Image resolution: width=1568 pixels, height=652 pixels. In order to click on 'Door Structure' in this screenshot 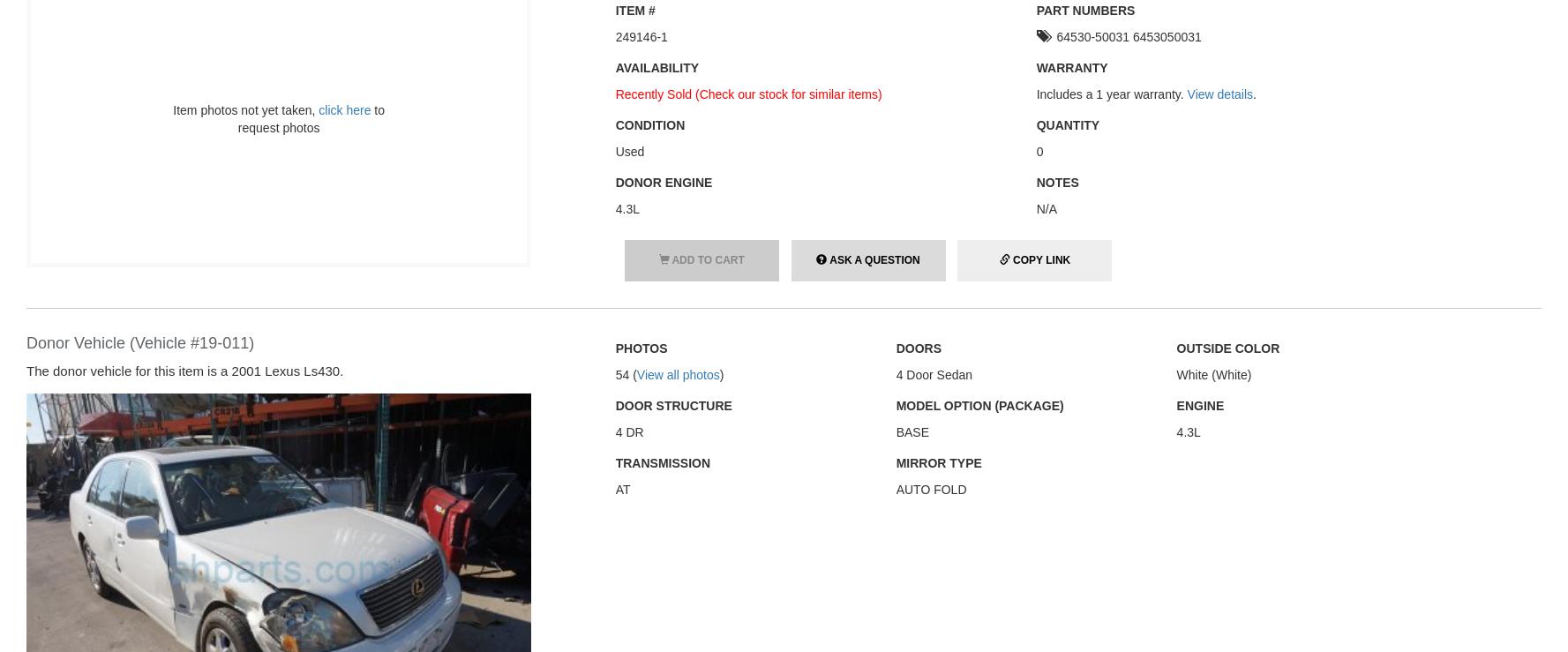, I will do `click(673, 404)`.